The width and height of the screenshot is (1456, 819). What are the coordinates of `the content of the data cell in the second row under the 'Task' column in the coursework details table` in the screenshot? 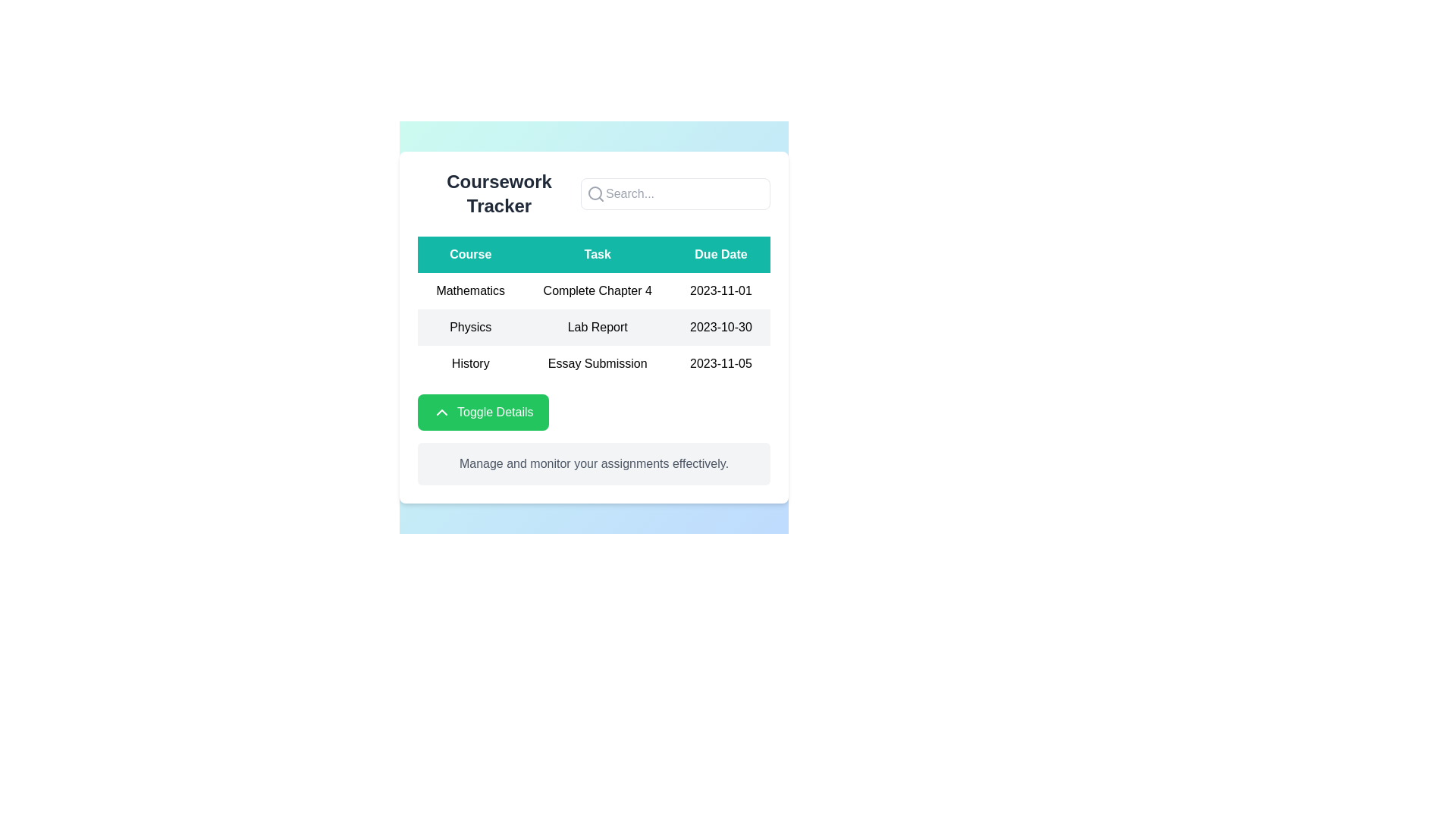 It's located at (593, 327).